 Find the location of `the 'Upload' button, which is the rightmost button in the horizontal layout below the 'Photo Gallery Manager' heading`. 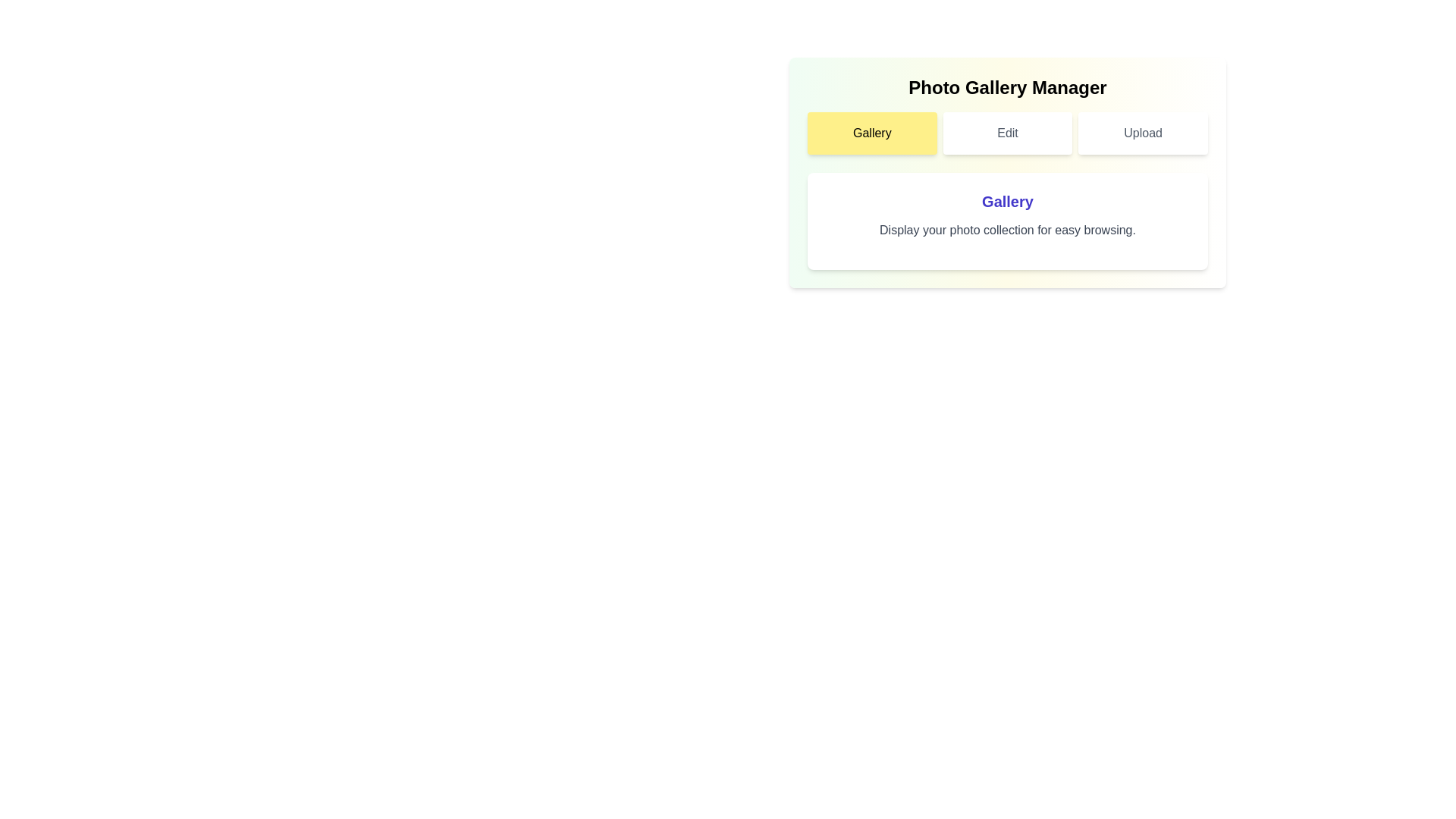

the 'Upload' button, which is the rightmost button in the horizontal layout below the 'Photo Gallery Manager' heading is located at coordinates (1143, 133).